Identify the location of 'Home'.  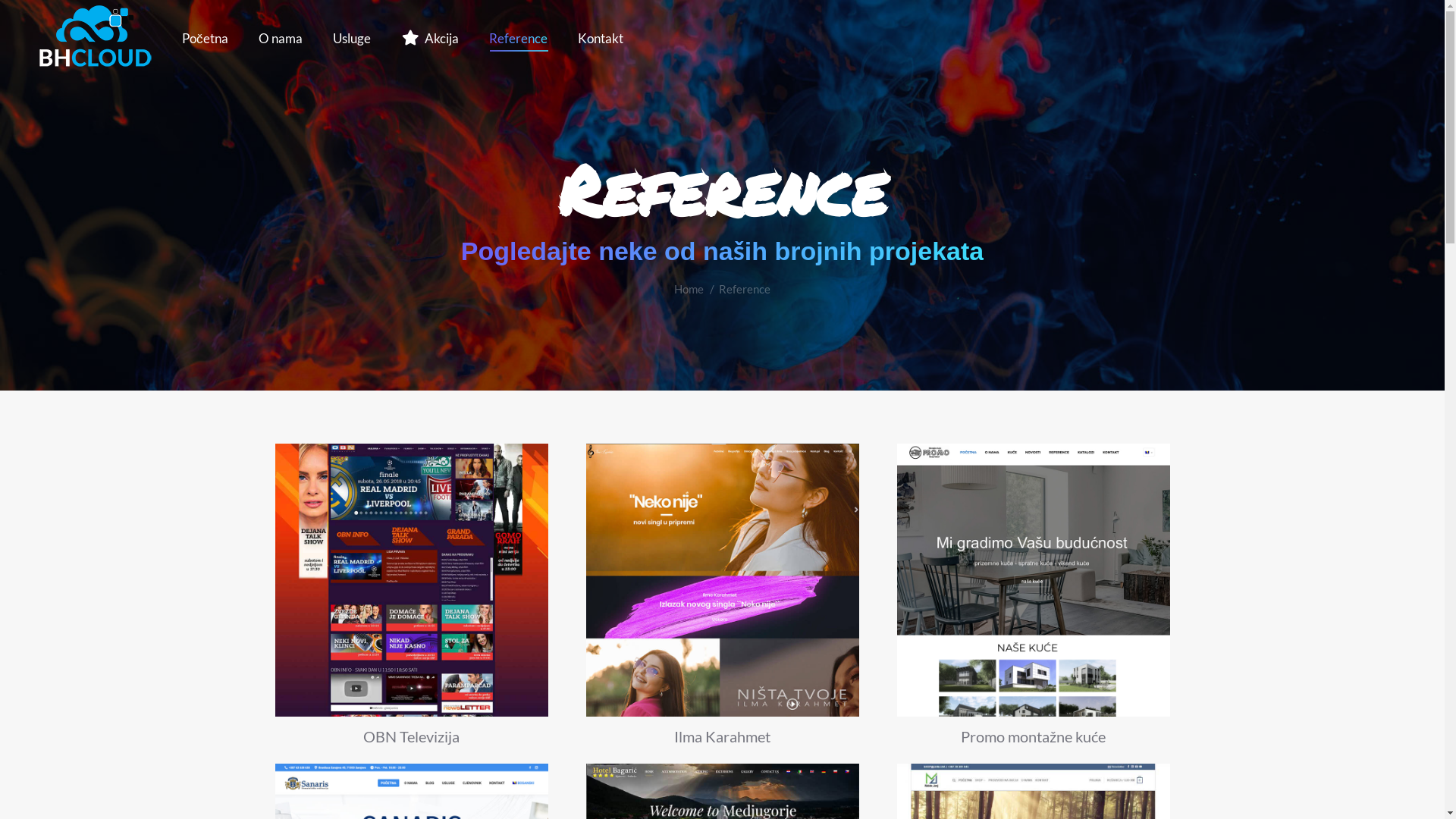
(688, 289).